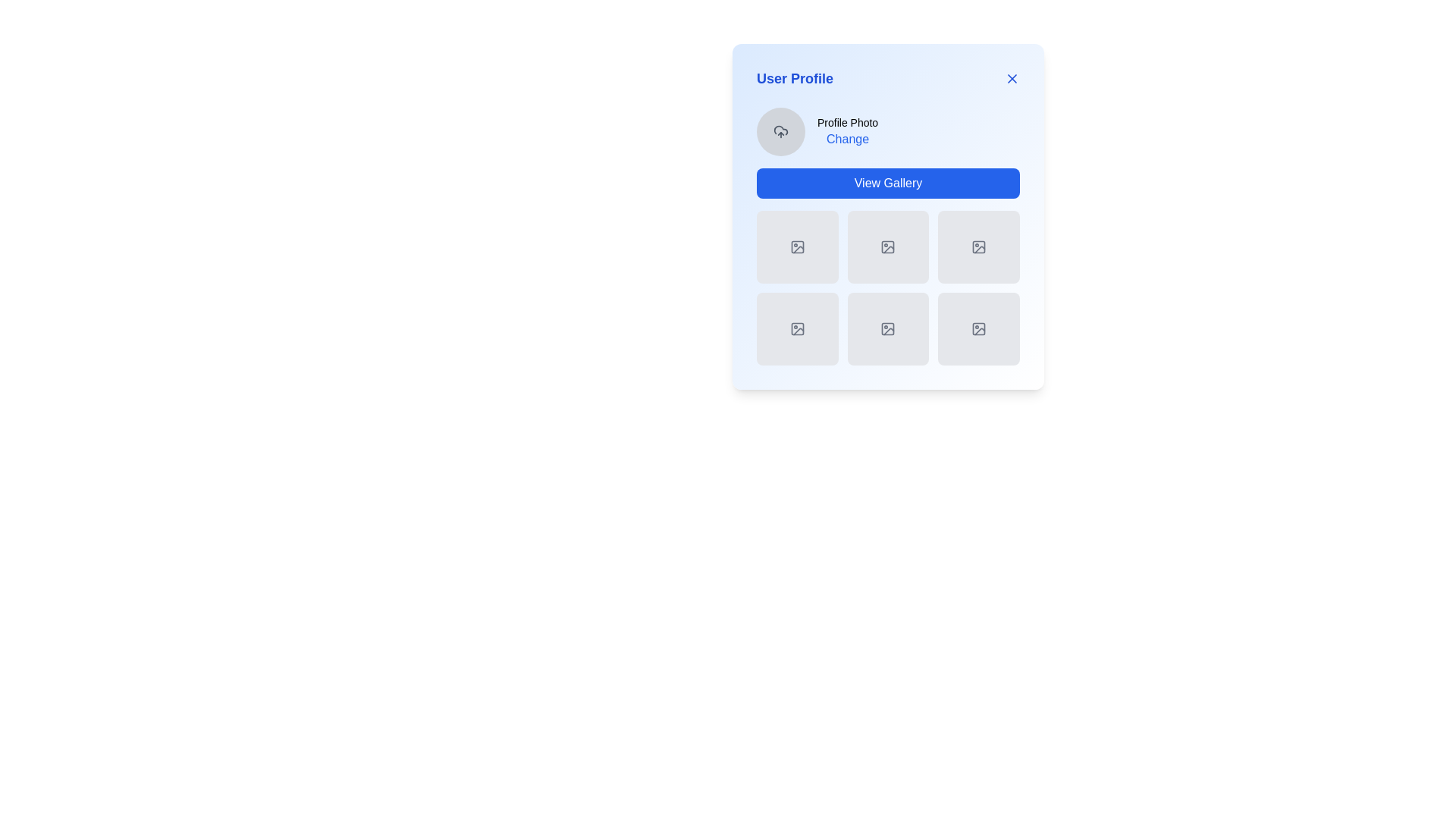  What do you see at coordinates (979, 328) in the screenshot?
I see `the gray picture icon in the lower-right position of the 3x2 grid on the blue-tinted user profile card` at bounding box center [979, 328].